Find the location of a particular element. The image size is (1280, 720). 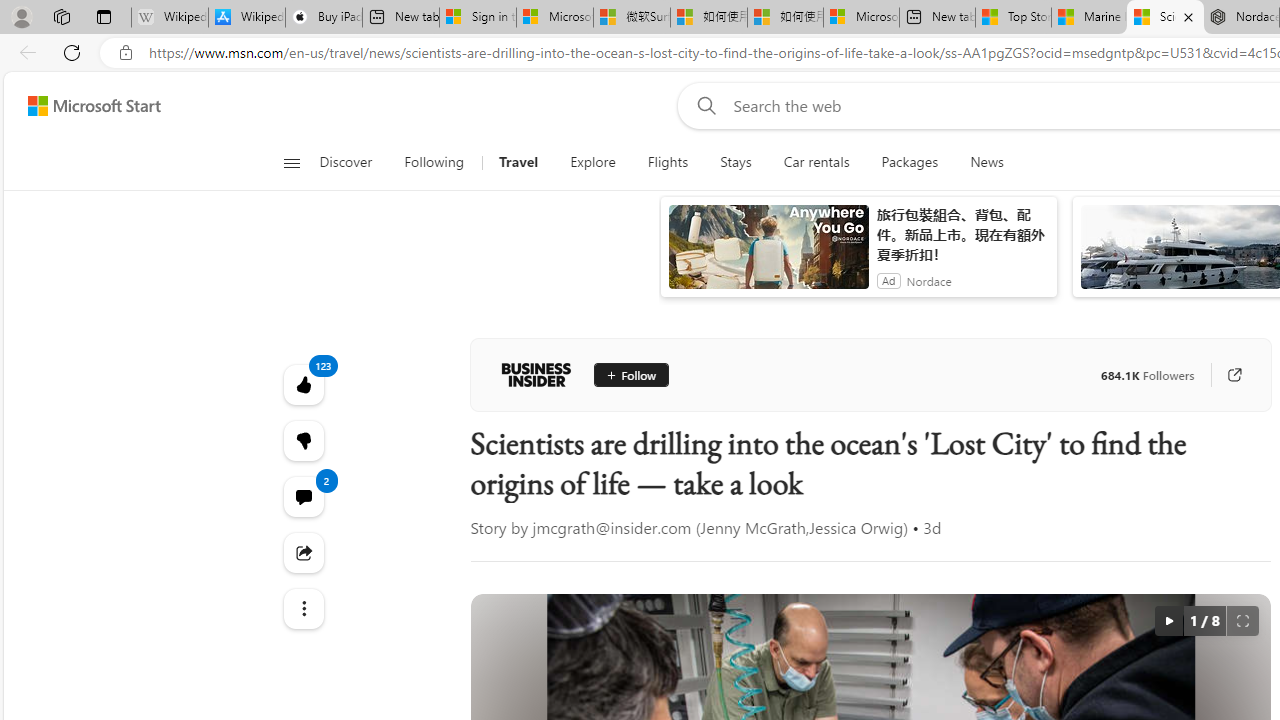

'anim-content' is located at coordinates (767, 254).